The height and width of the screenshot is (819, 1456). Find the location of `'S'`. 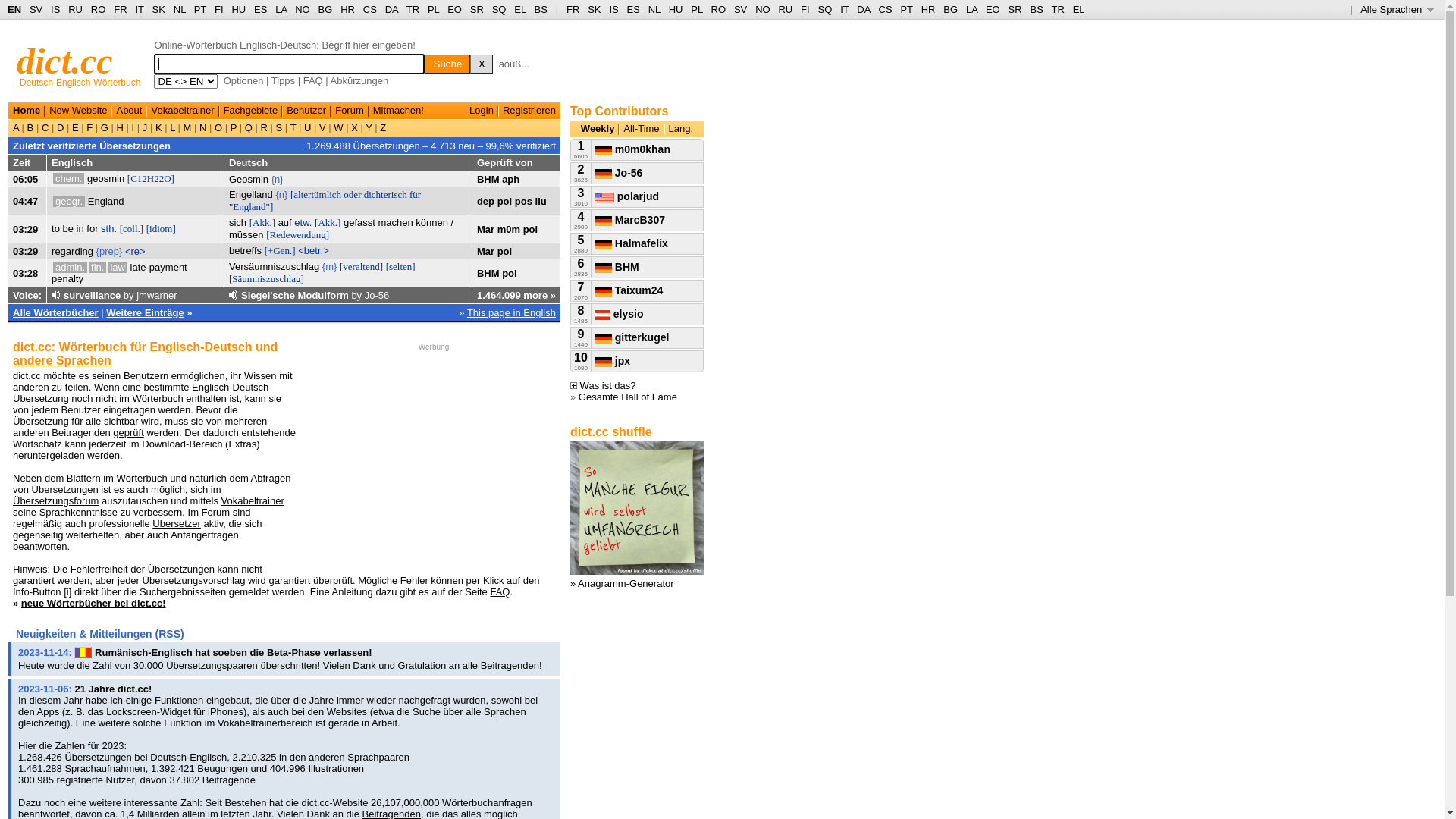

'S' is located at coordinates (273, 127).